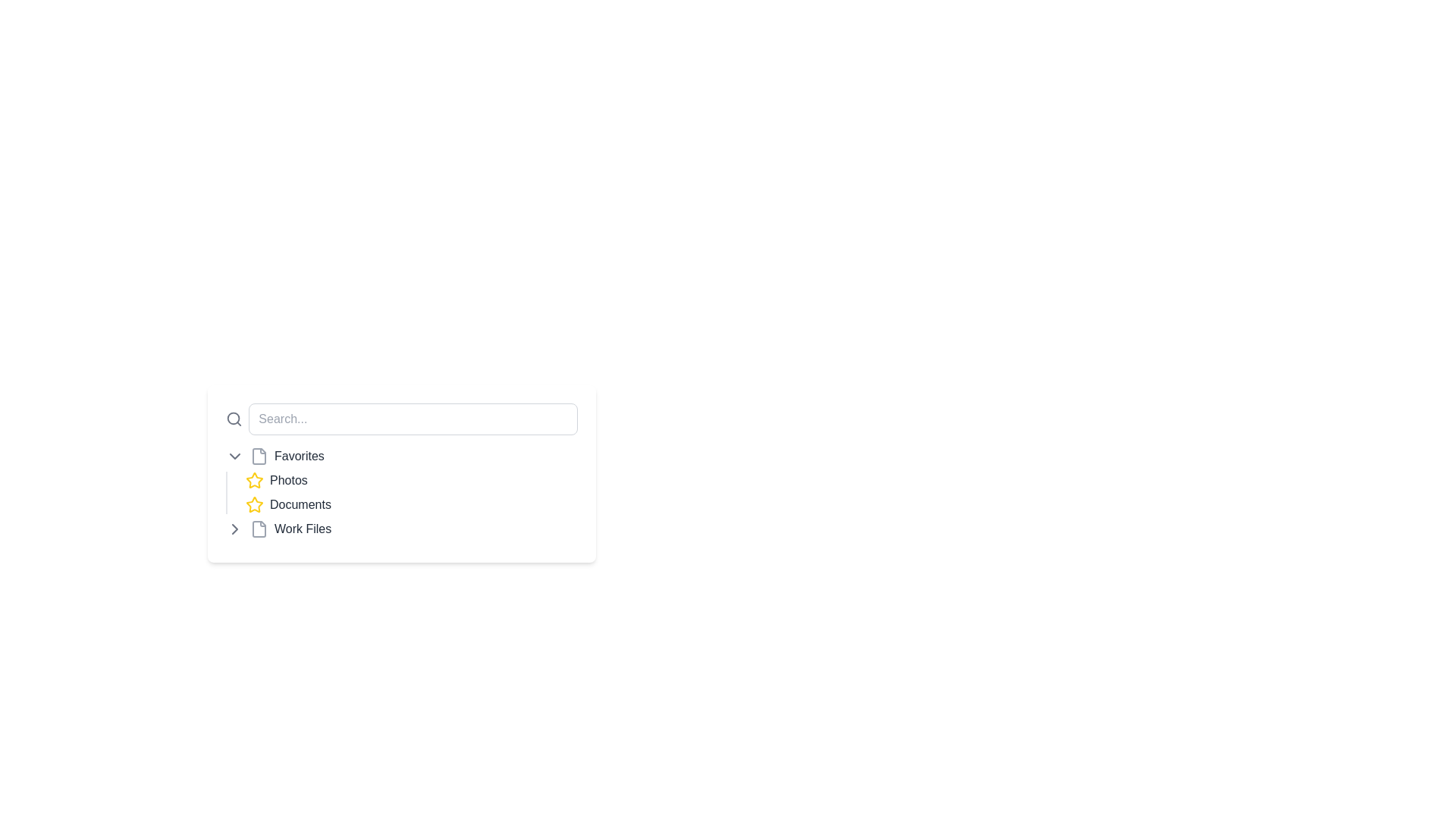 The image size is (1456, 819). Describe the element at coordinates (233, 419) in the screenshot. I see `the circular decorative element at the center of the magnifying glass within the search bar` at that location.